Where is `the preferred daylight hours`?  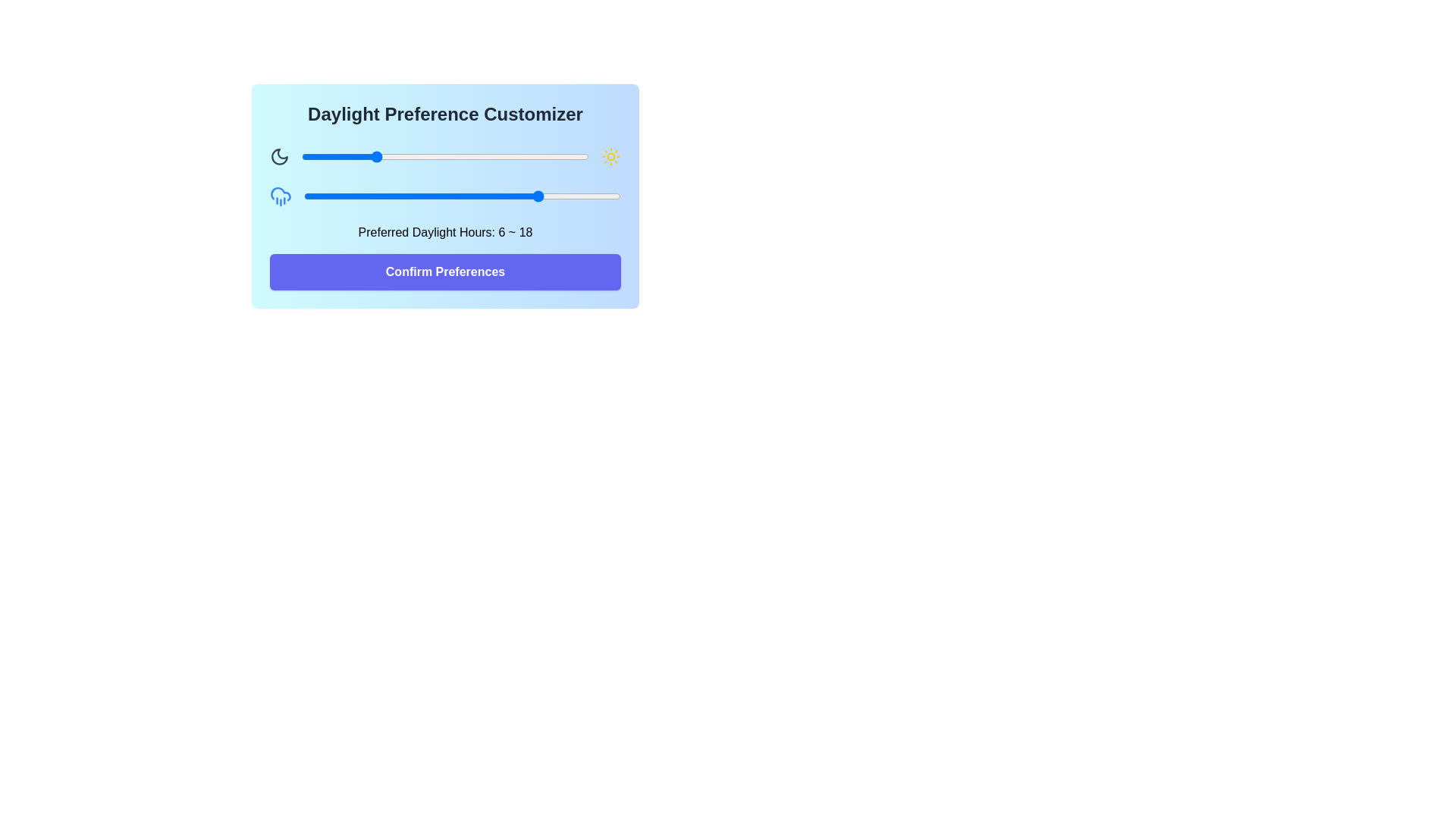
the preferred daylight hours is located at coordinates (448, 195).